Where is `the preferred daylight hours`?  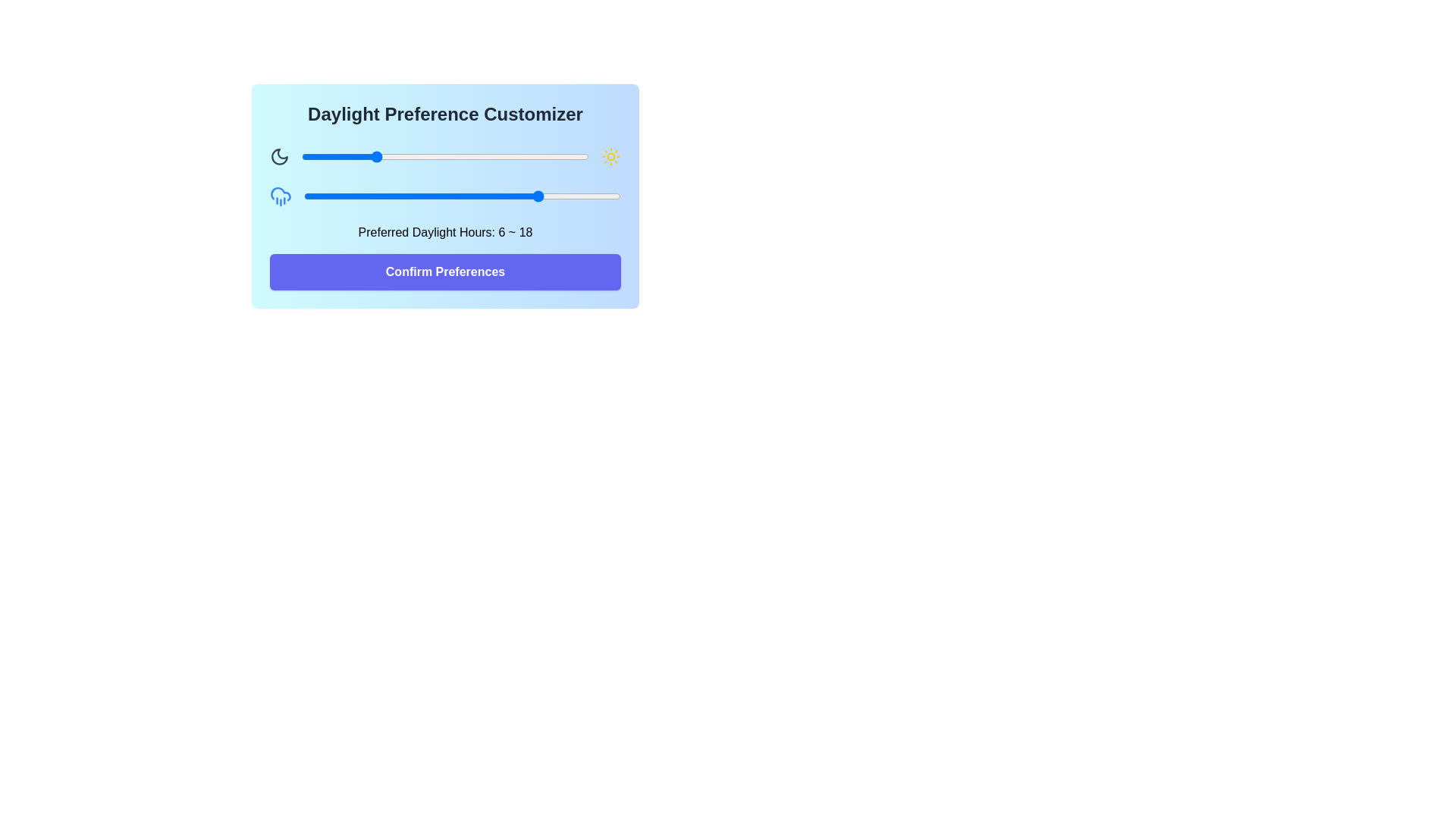
the preferred daylight hours is located at coordinates (448, 195).